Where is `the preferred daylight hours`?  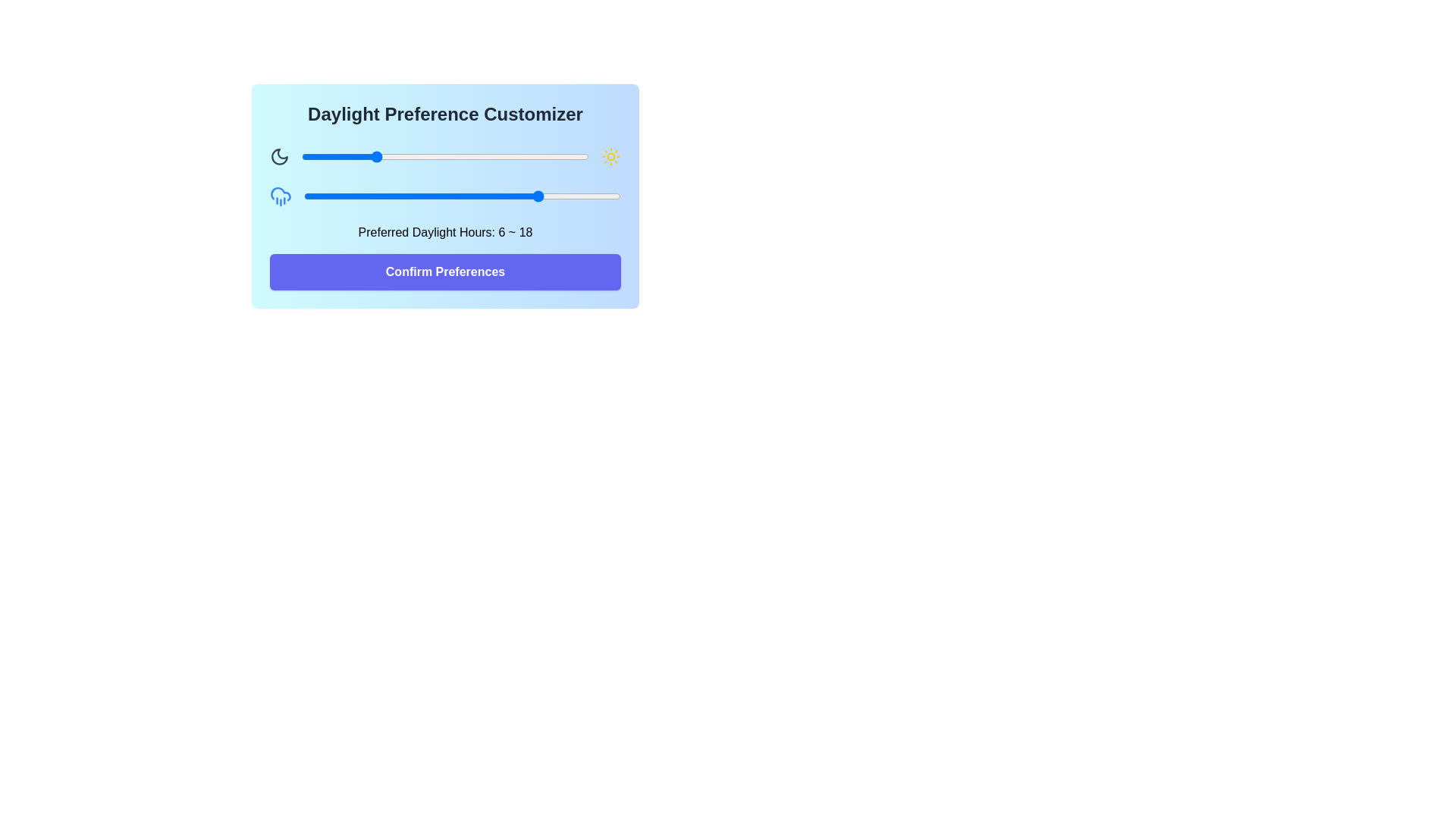
the preferred daylight hours is located at coordinates (448, 195).